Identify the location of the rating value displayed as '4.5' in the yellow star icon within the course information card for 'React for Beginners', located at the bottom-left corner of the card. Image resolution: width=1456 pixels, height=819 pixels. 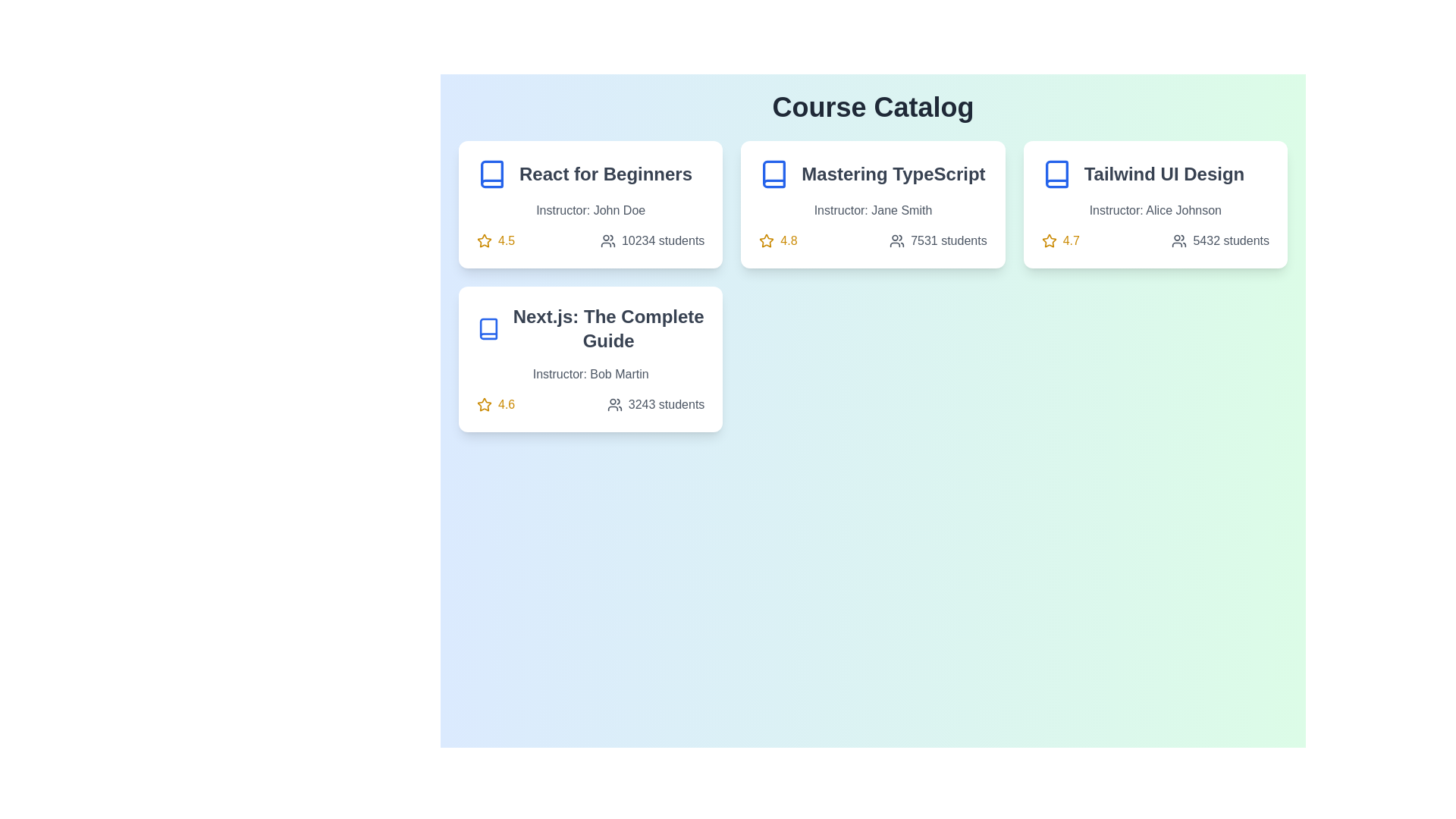
(496, 240).